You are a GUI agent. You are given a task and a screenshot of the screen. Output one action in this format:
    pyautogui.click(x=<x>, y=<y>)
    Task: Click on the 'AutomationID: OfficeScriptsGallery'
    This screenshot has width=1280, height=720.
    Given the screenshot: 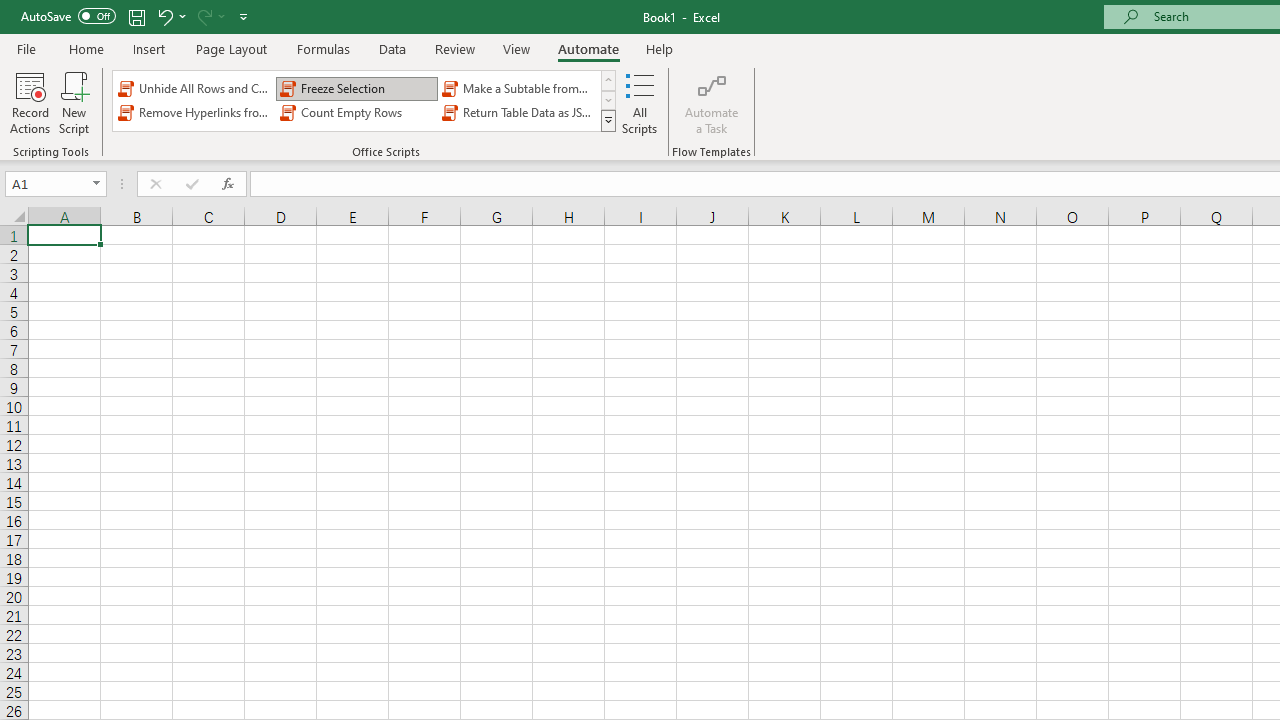 What is the action you would take?
    pyautogui.click(x=365, y=100)
    